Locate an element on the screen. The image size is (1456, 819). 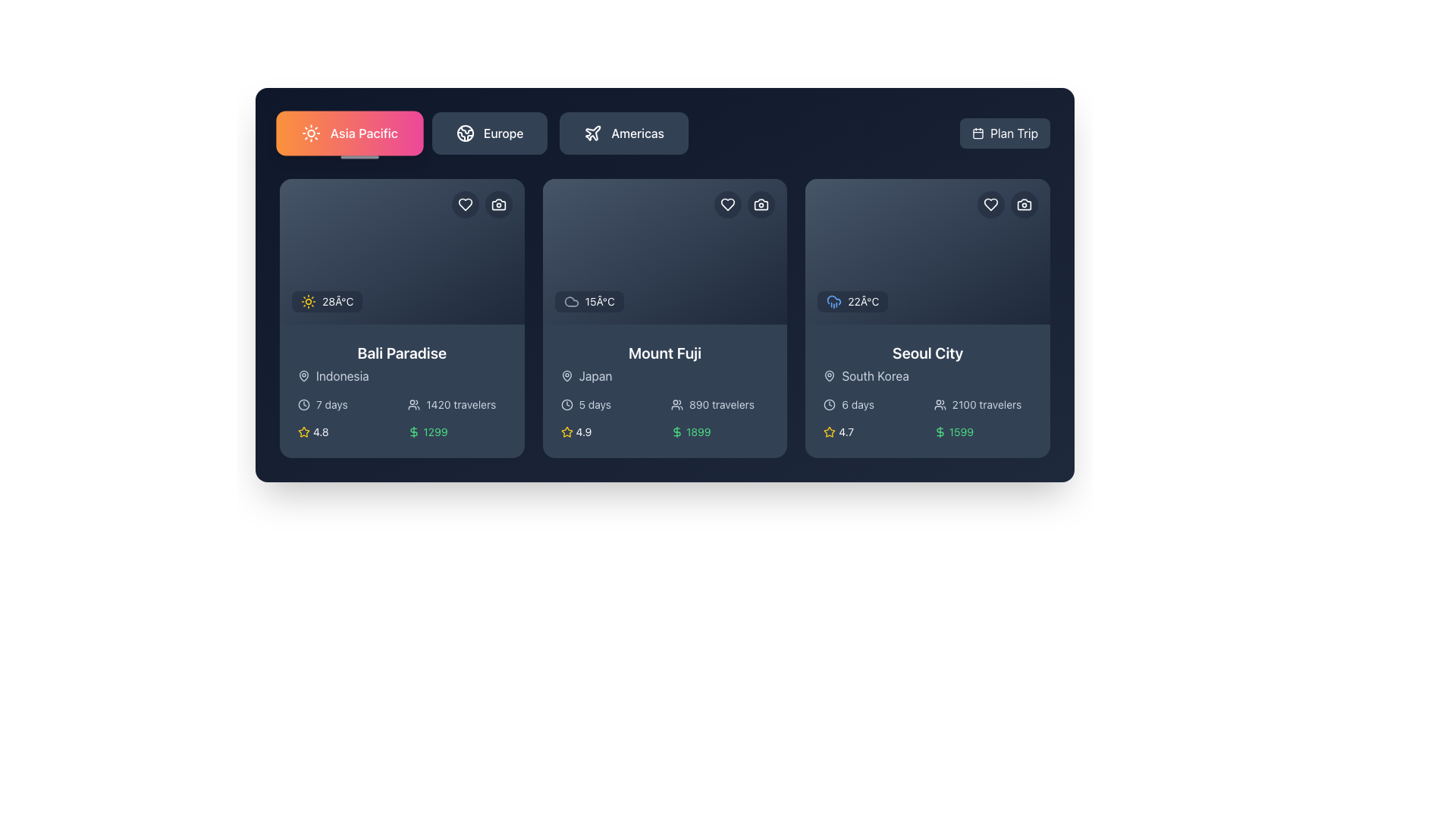
the circular graphic element within the clock icon located in the top right corner of the travel destination card is located at coordinates (303, 403).